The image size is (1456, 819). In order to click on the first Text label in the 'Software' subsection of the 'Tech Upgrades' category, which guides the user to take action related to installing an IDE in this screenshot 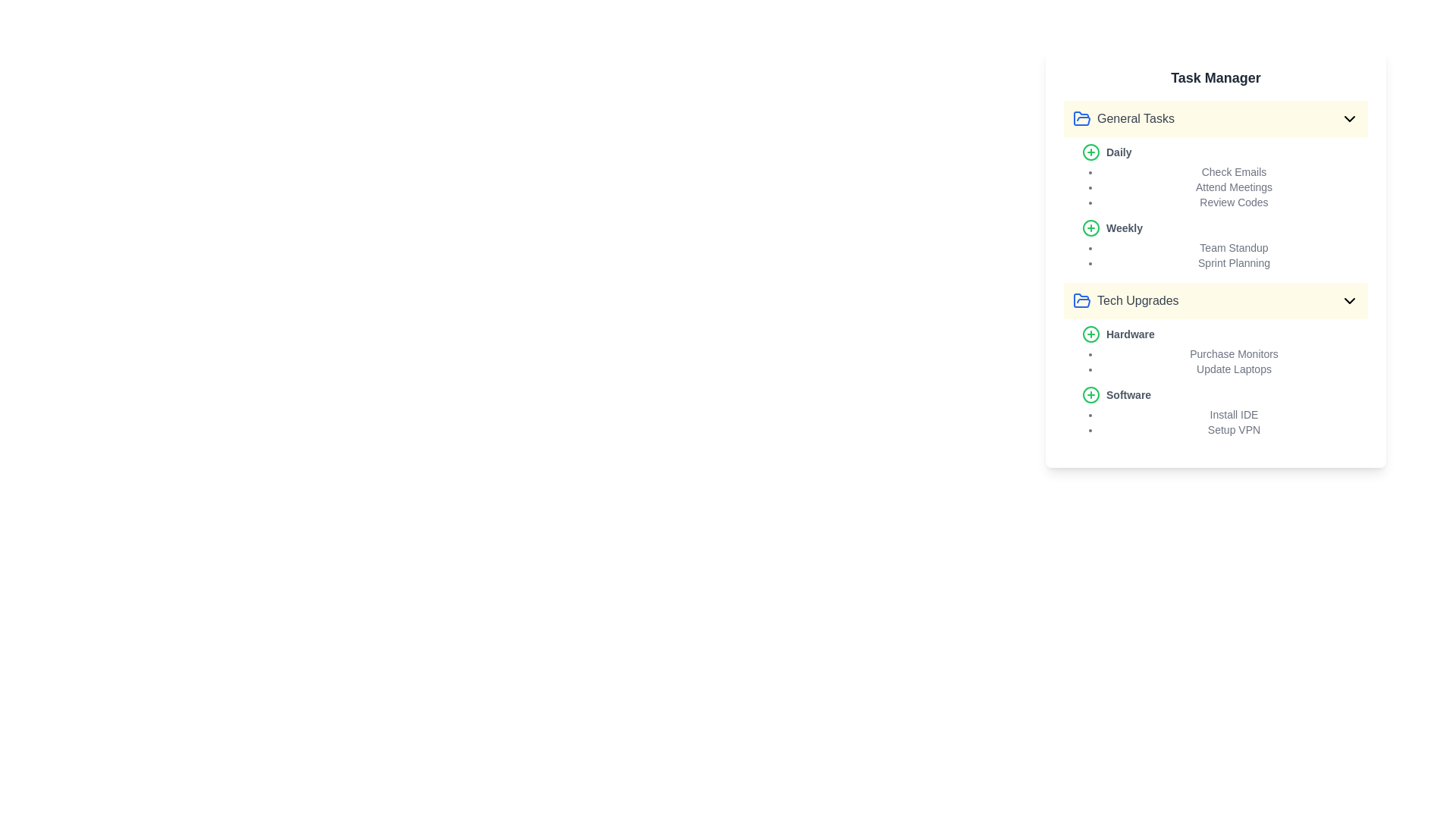, I will do `click(1234, 415)`.